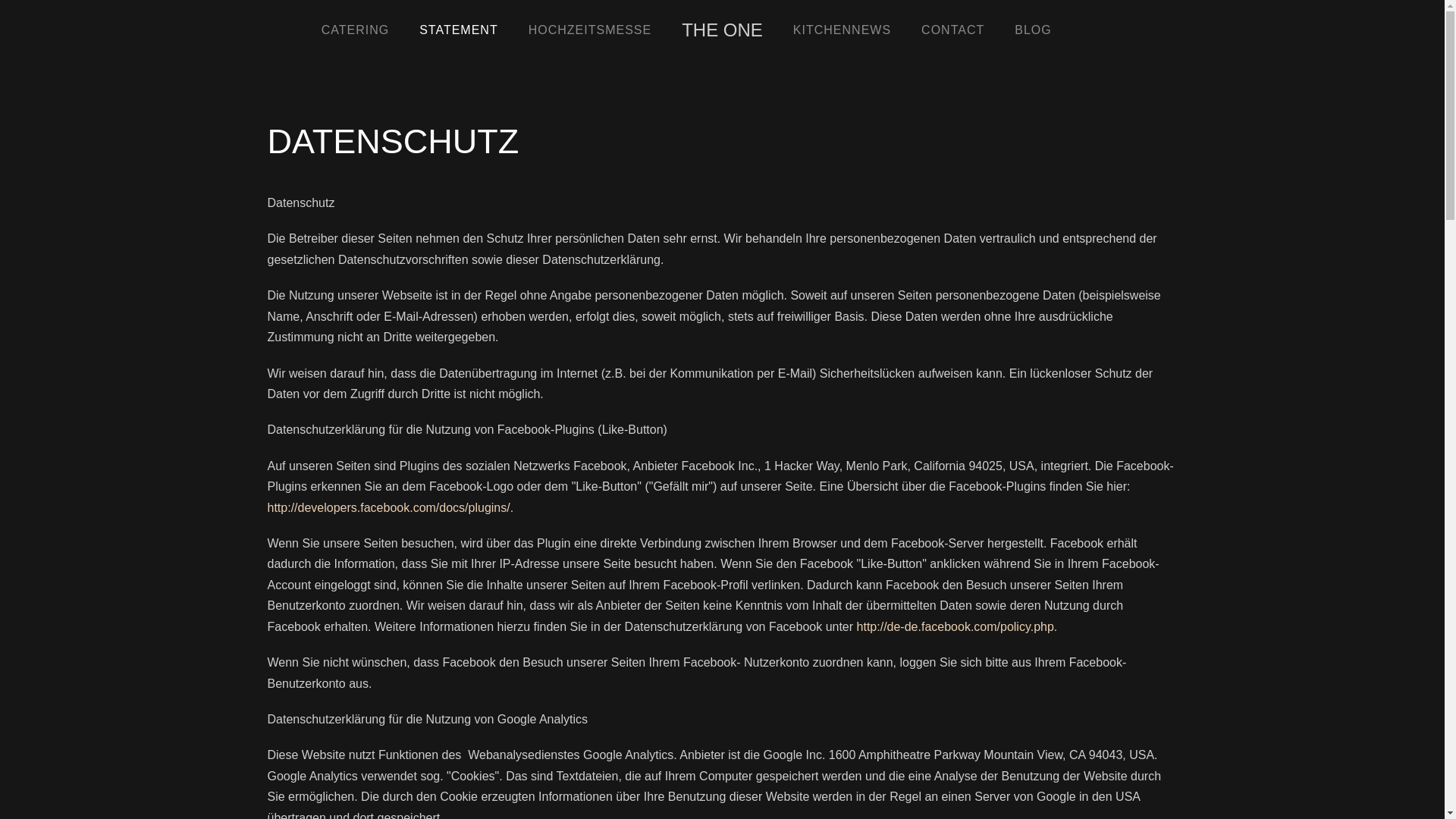 This screenshot has width=1456, height=819. Describe the element at coordinates (841, 30) in the screenshot. I see `'KITCHENNEWS'` at that location.